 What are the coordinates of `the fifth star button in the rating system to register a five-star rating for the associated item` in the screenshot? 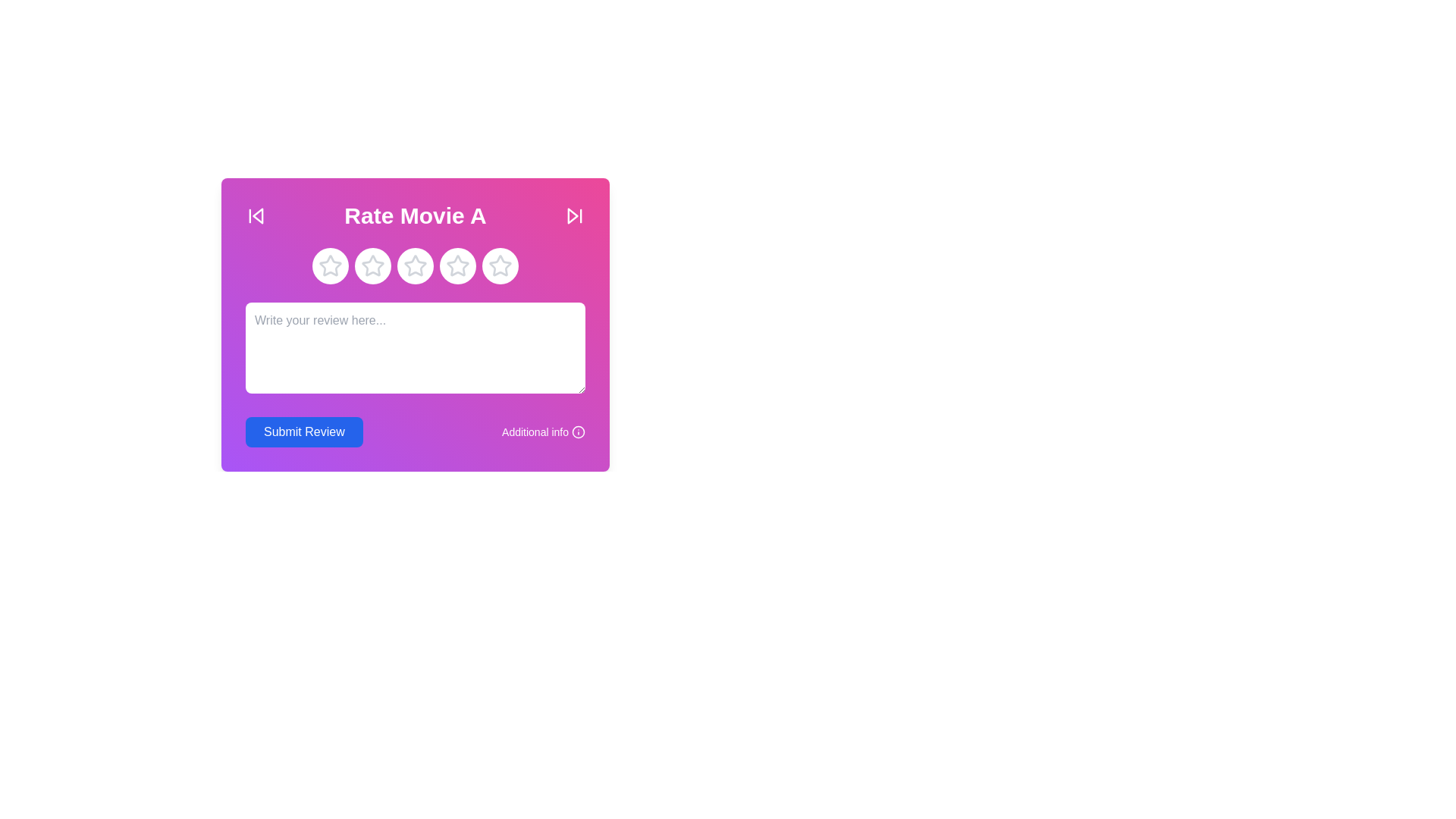 It's located at (500, 265).